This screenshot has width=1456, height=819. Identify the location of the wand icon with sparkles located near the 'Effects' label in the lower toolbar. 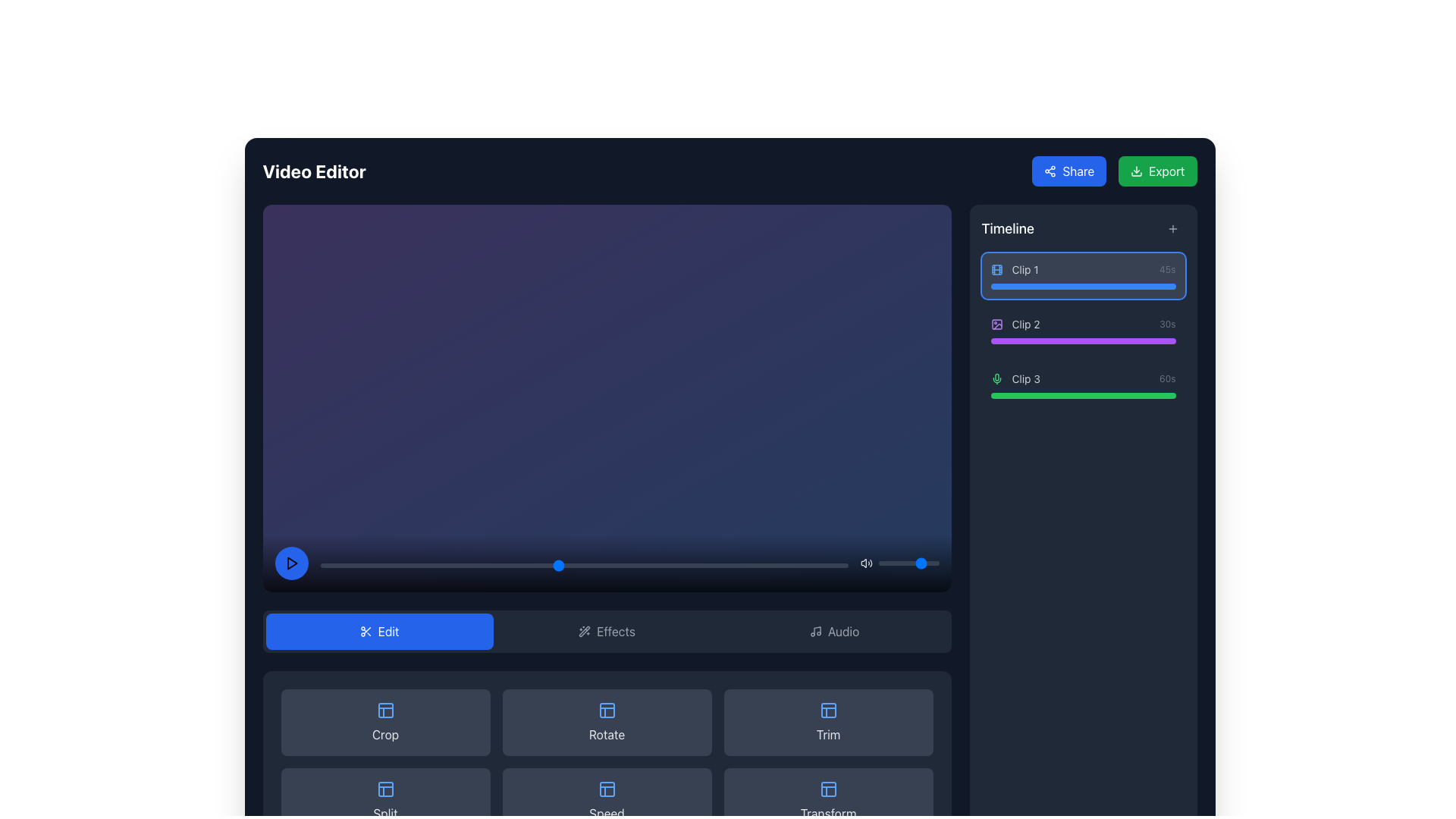
(584, 631).